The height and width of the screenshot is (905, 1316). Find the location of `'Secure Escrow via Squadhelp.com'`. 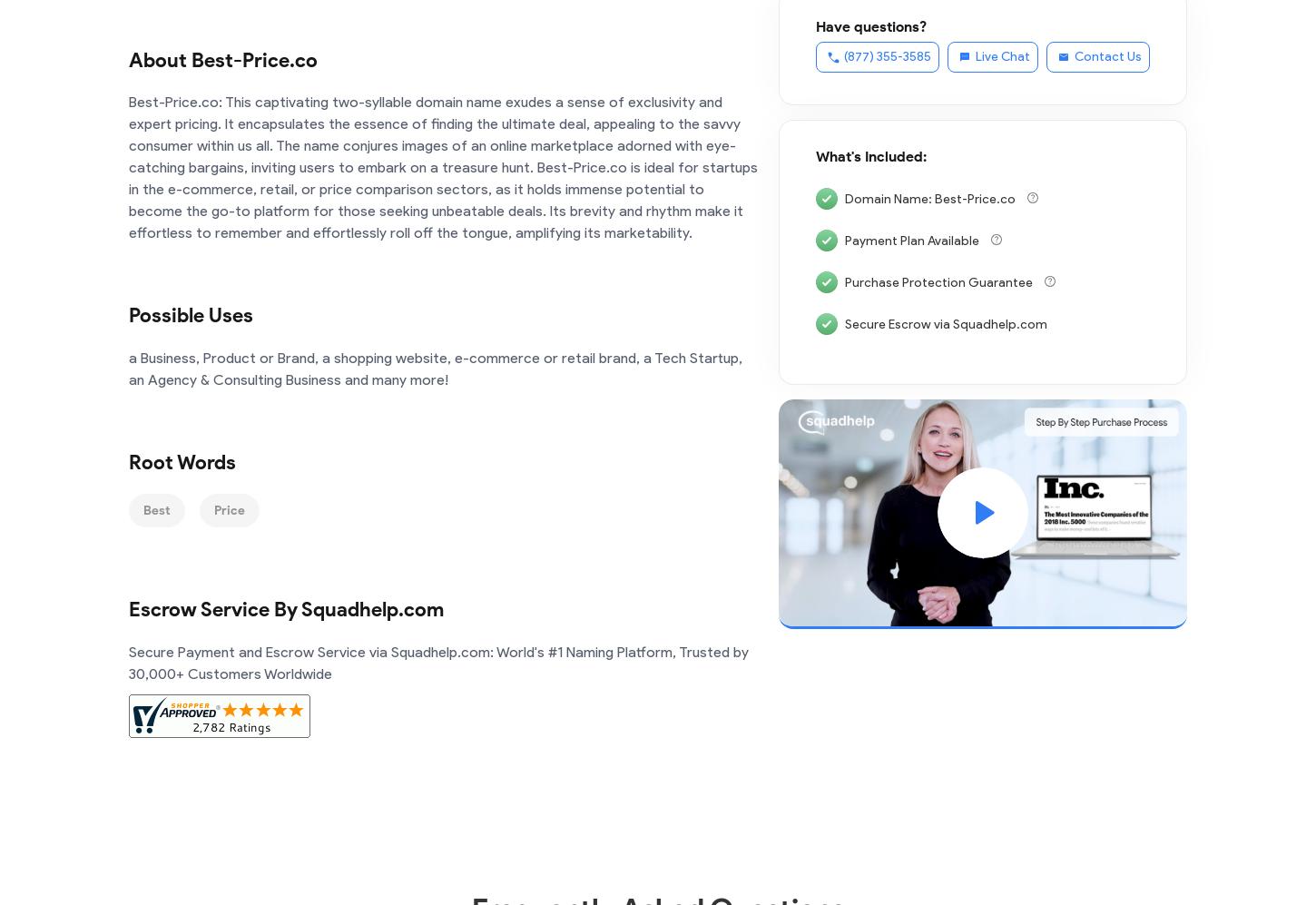

'Secure Escrow via Squadhelp.com' is located at coordinates (844, 322).